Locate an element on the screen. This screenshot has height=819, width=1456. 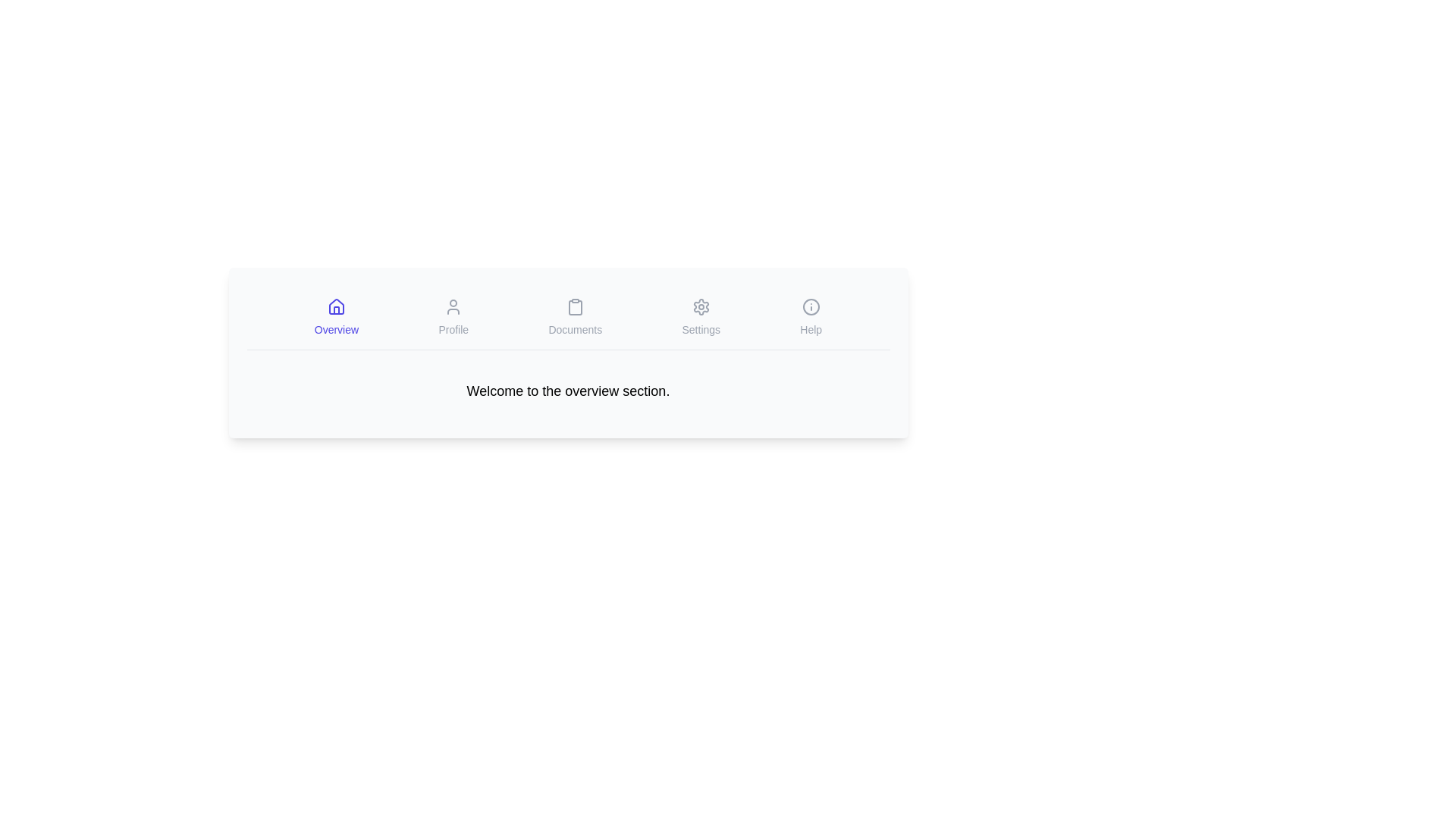
the navigation button that redirects to the documents section, located between the 'Profile' and 'Settings' items in the navigation bar is located at coordinates (574, 317).